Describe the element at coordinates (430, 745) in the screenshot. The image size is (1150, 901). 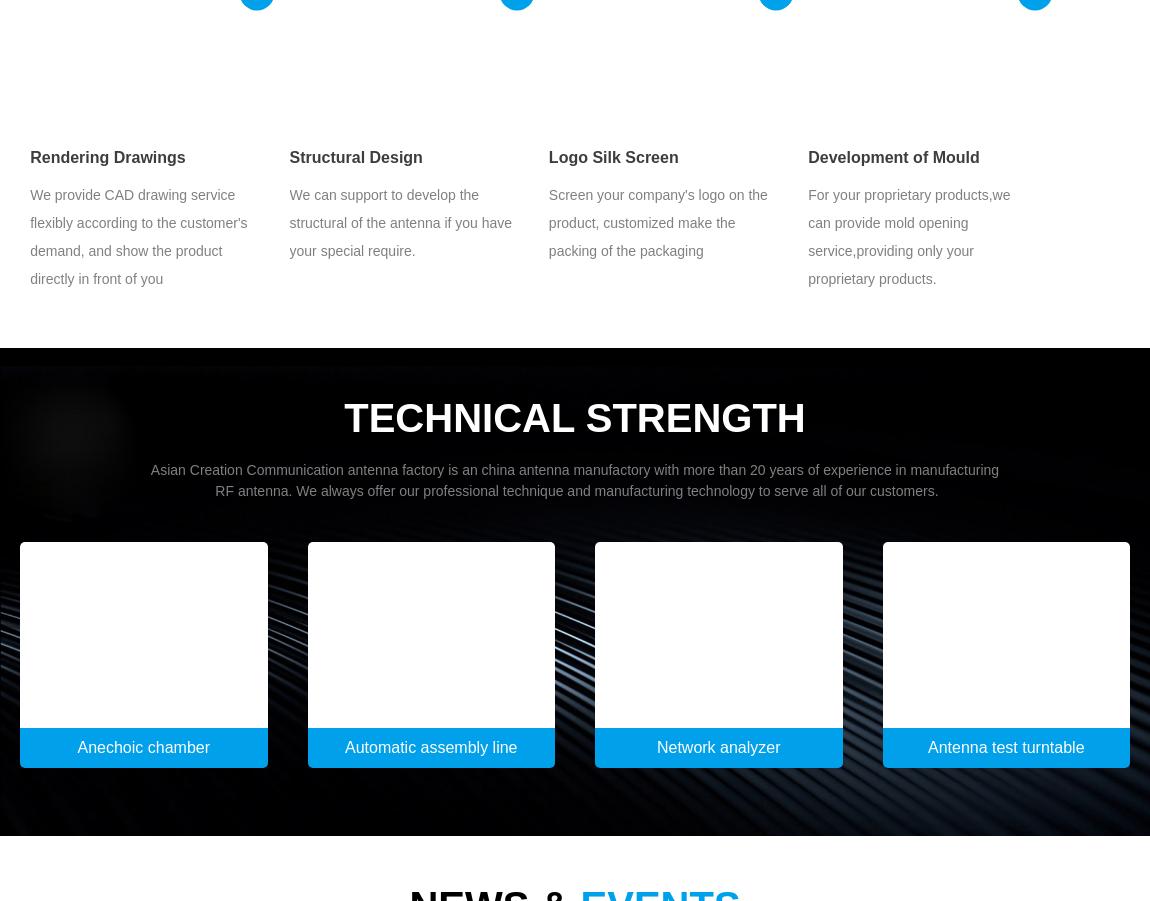
I see `'Automatic assembly line'` at that location.